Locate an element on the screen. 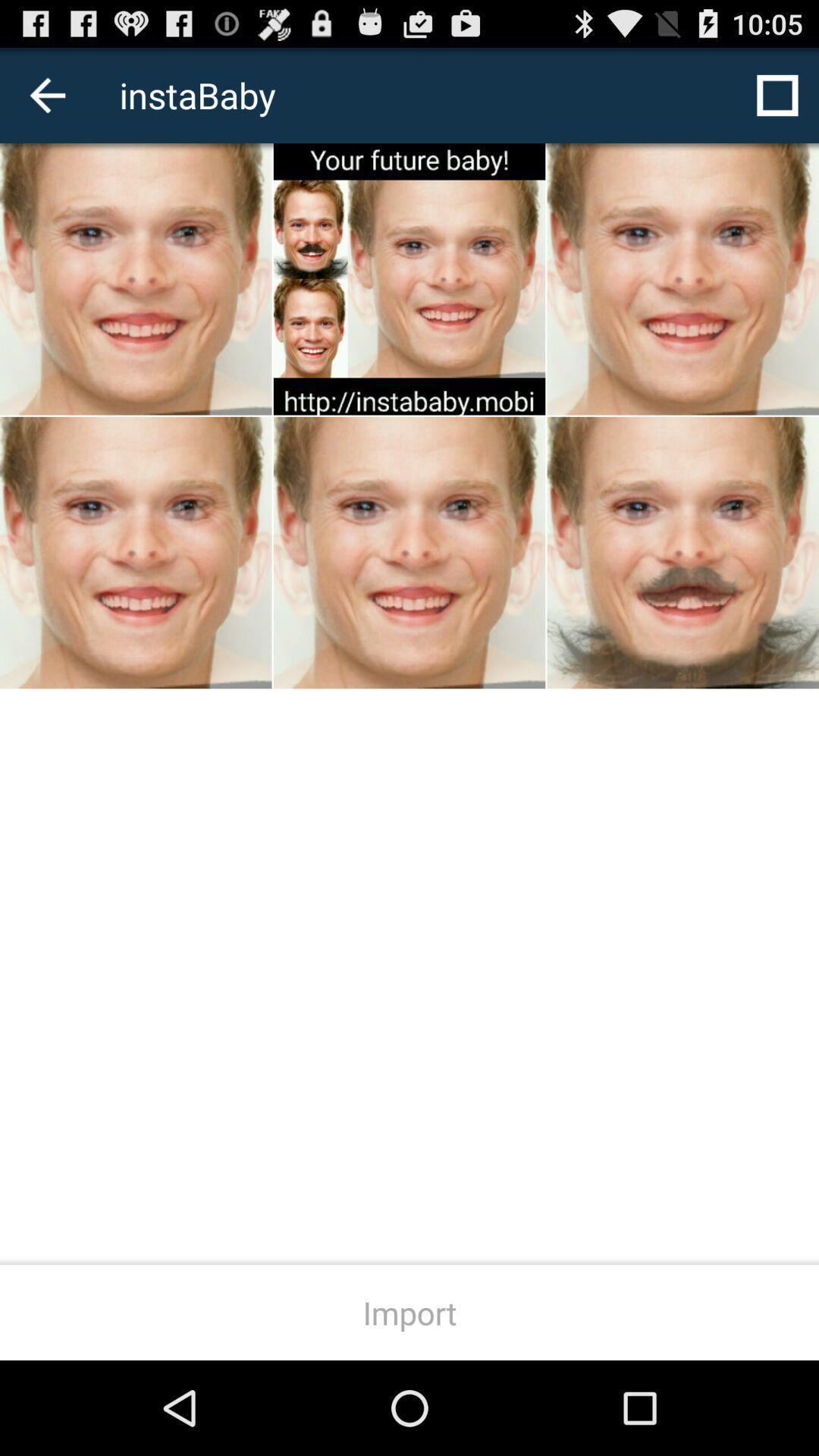 Image resolution: width=819 pixels, height=1456 pixels. the third image in the second row is located at coordinates (683, 552).